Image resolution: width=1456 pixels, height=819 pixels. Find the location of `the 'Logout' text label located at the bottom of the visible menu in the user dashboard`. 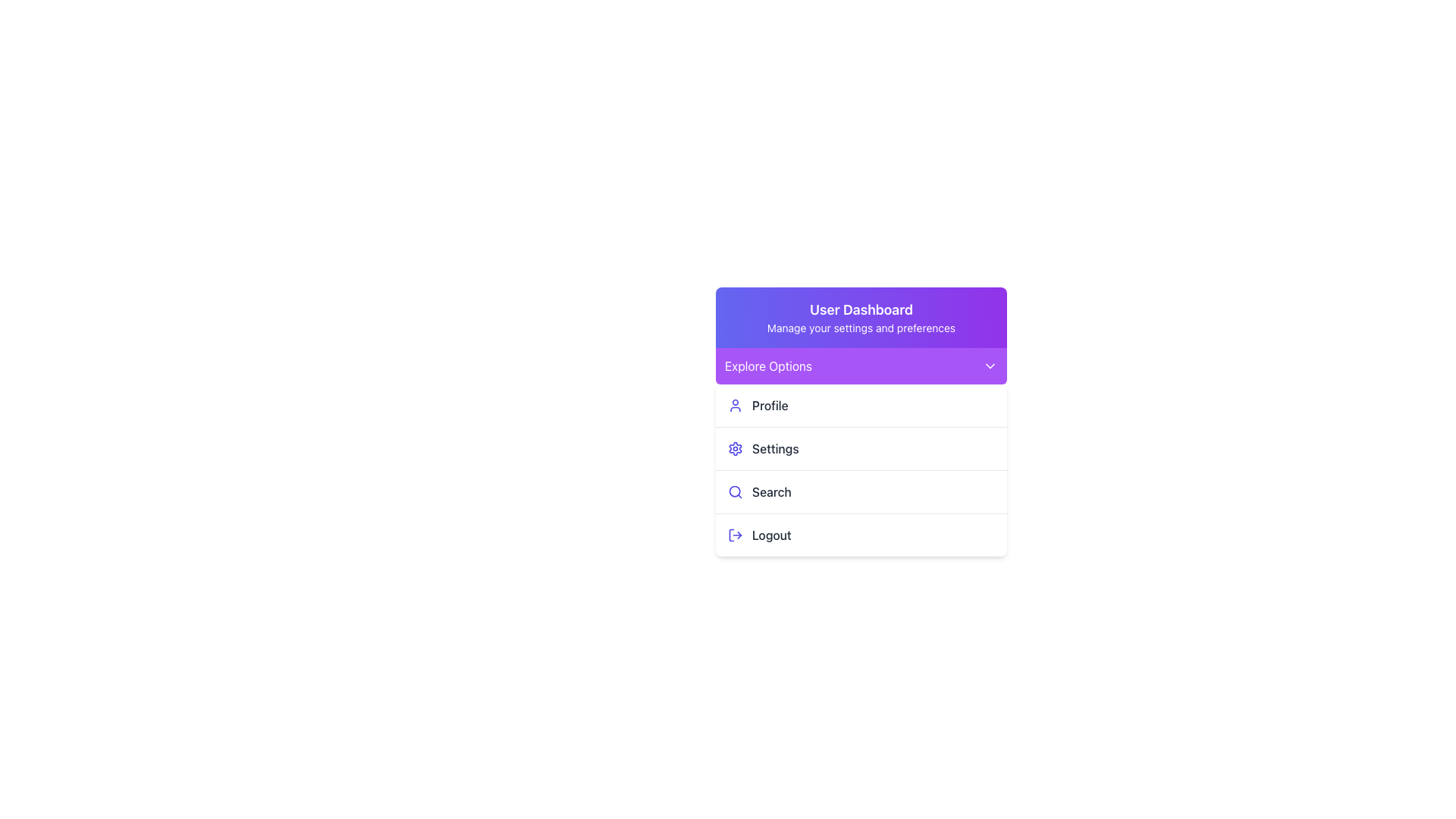

the 'Logout' text label located at the bottom of the visible menu in the user dashboard is located at coordinates (771, 534).